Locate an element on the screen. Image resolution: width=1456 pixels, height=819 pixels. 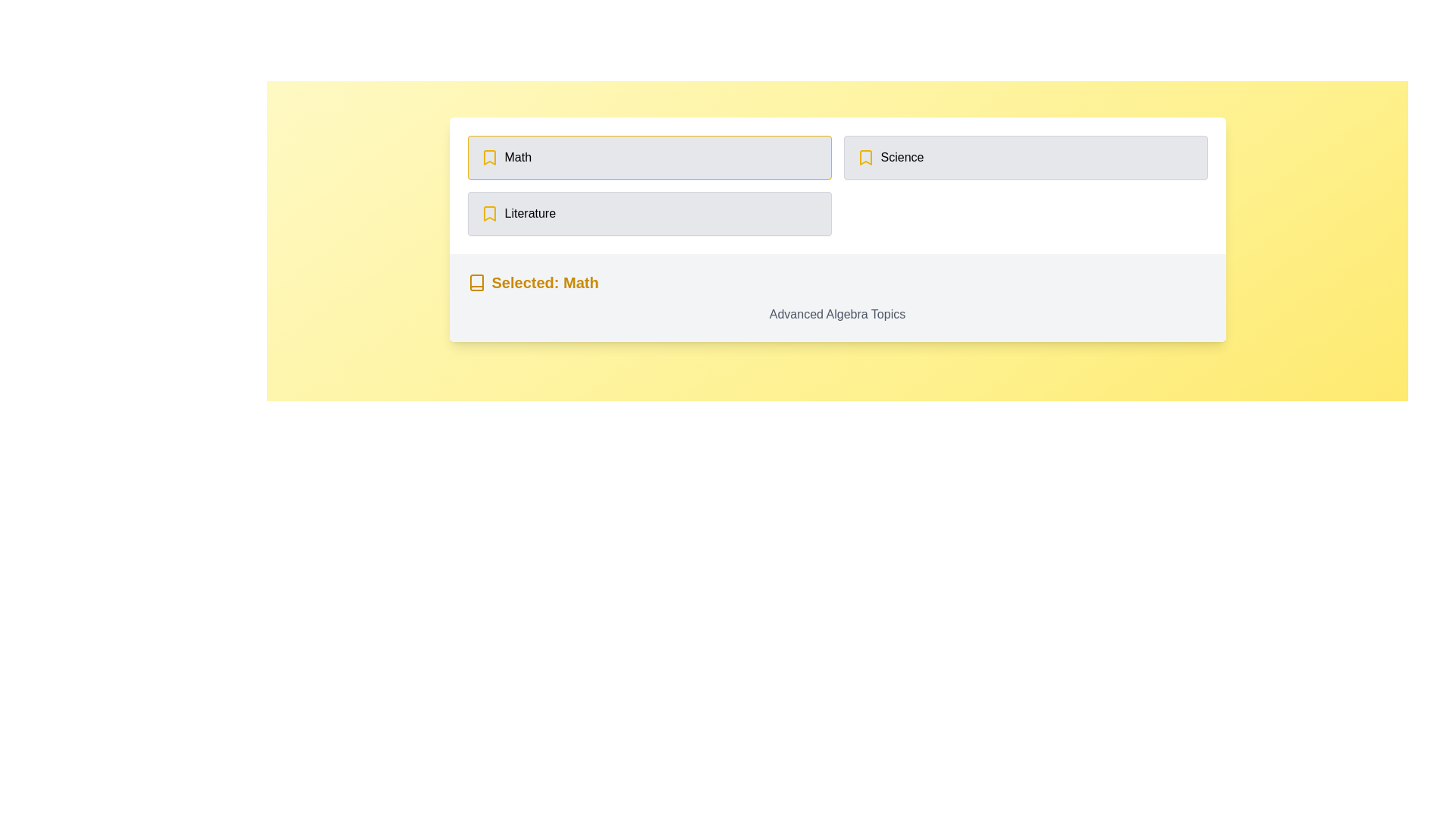
the 'Math' label which serves as a topic identifier in the vertical list of selectable topics is located at coordinates (517, 158).